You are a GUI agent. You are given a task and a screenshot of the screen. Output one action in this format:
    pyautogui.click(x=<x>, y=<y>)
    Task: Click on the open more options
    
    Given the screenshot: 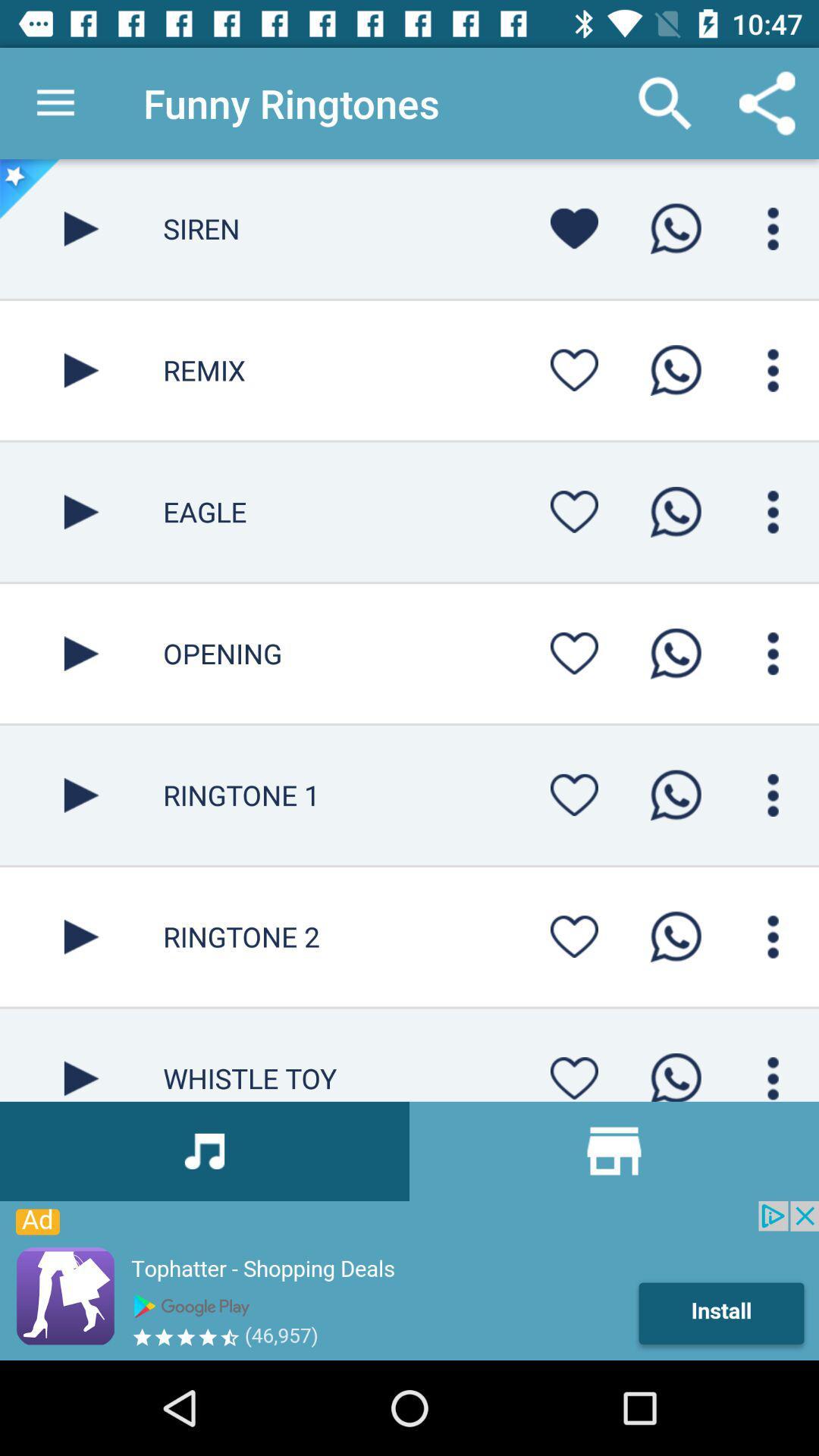 What is the action you would take?
    pyautogui.click(x=773, y=227)
    